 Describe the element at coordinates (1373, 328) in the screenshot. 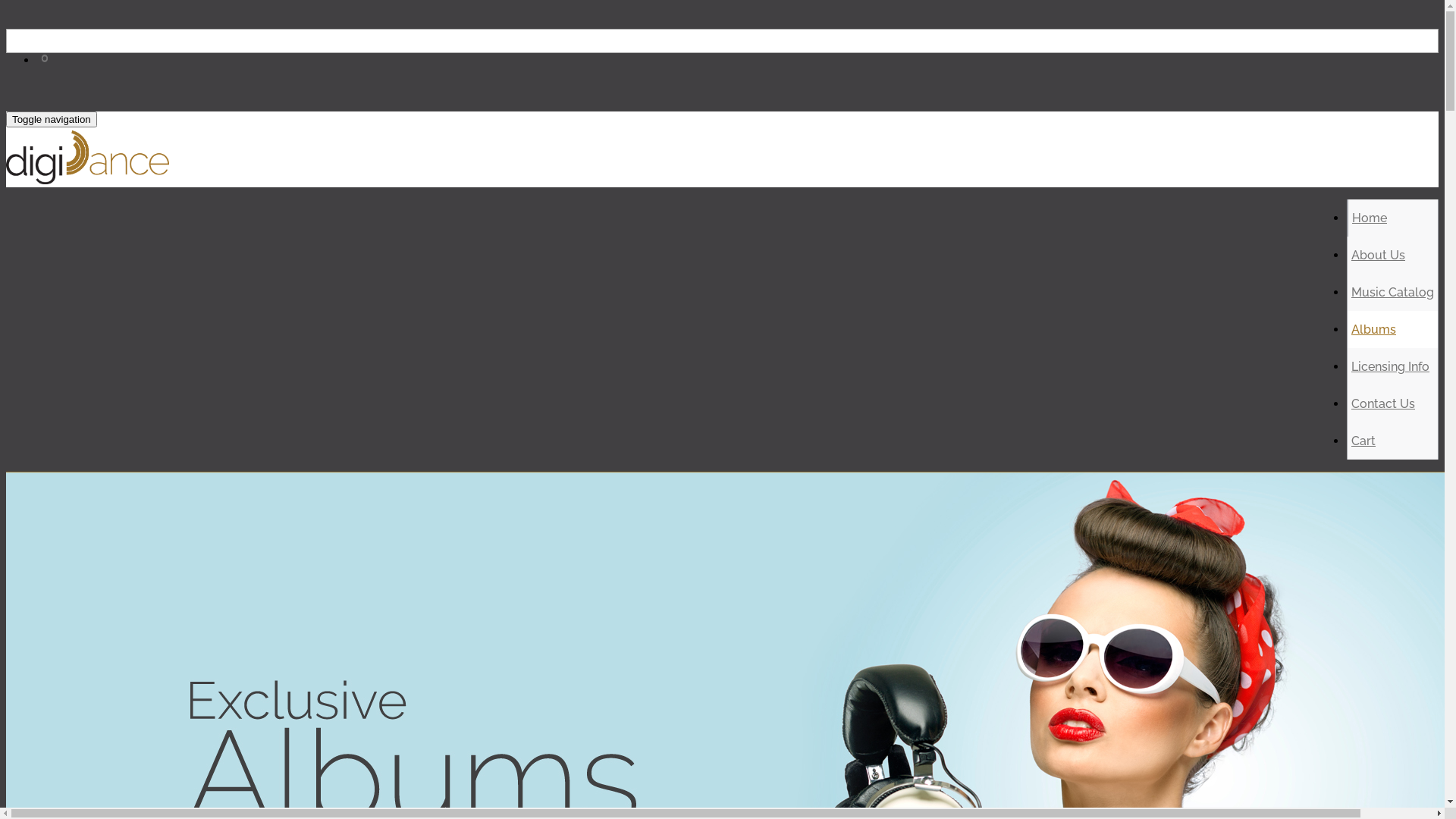

I see `'Albums'` at that location.